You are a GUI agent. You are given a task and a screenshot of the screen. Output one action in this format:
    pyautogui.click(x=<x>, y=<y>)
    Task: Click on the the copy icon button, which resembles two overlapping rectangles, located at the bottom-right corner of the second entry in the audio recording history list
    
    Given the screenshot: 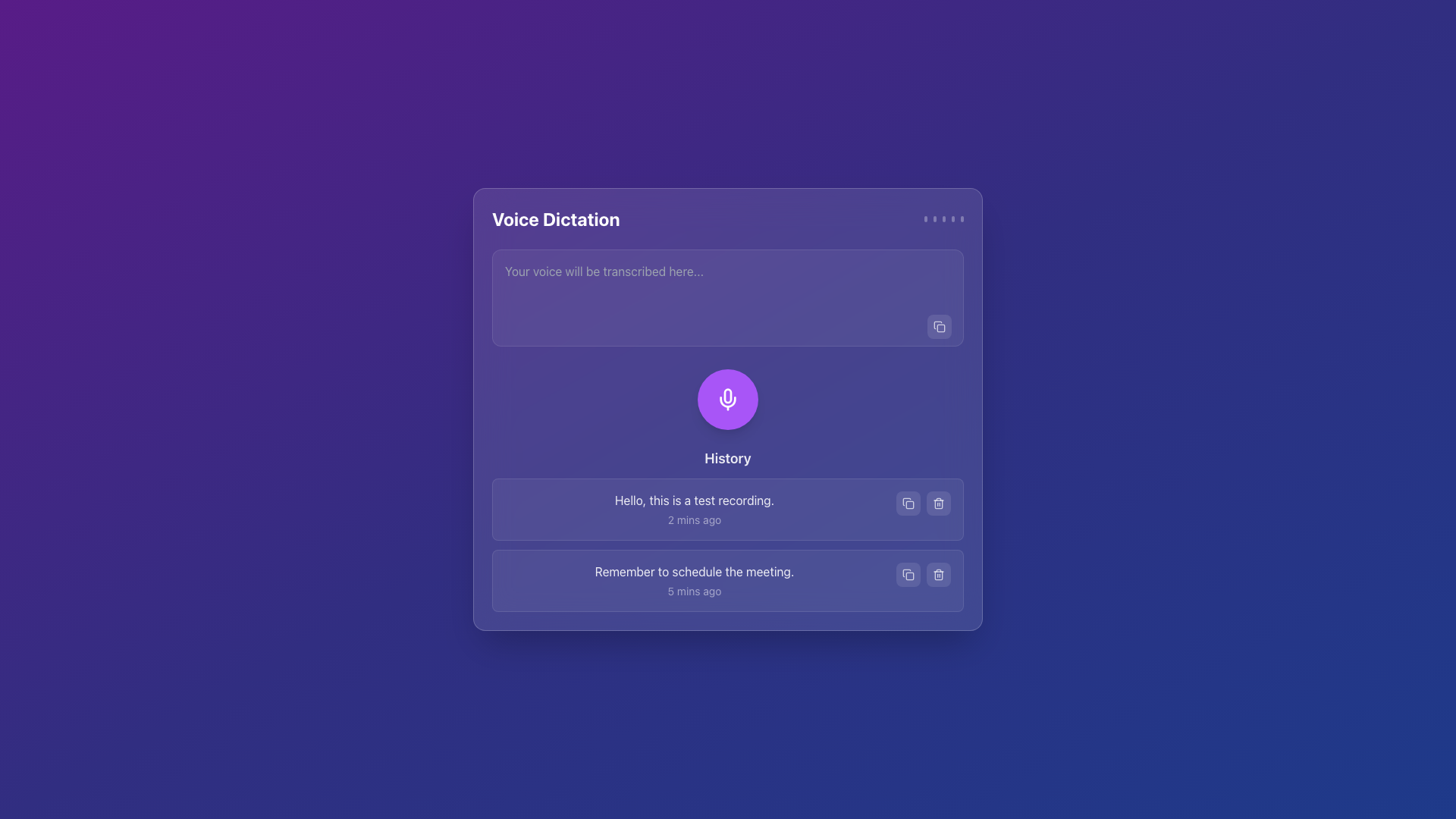 What is the action you would take?
    pyautogui.click(x=908, y=575)
    